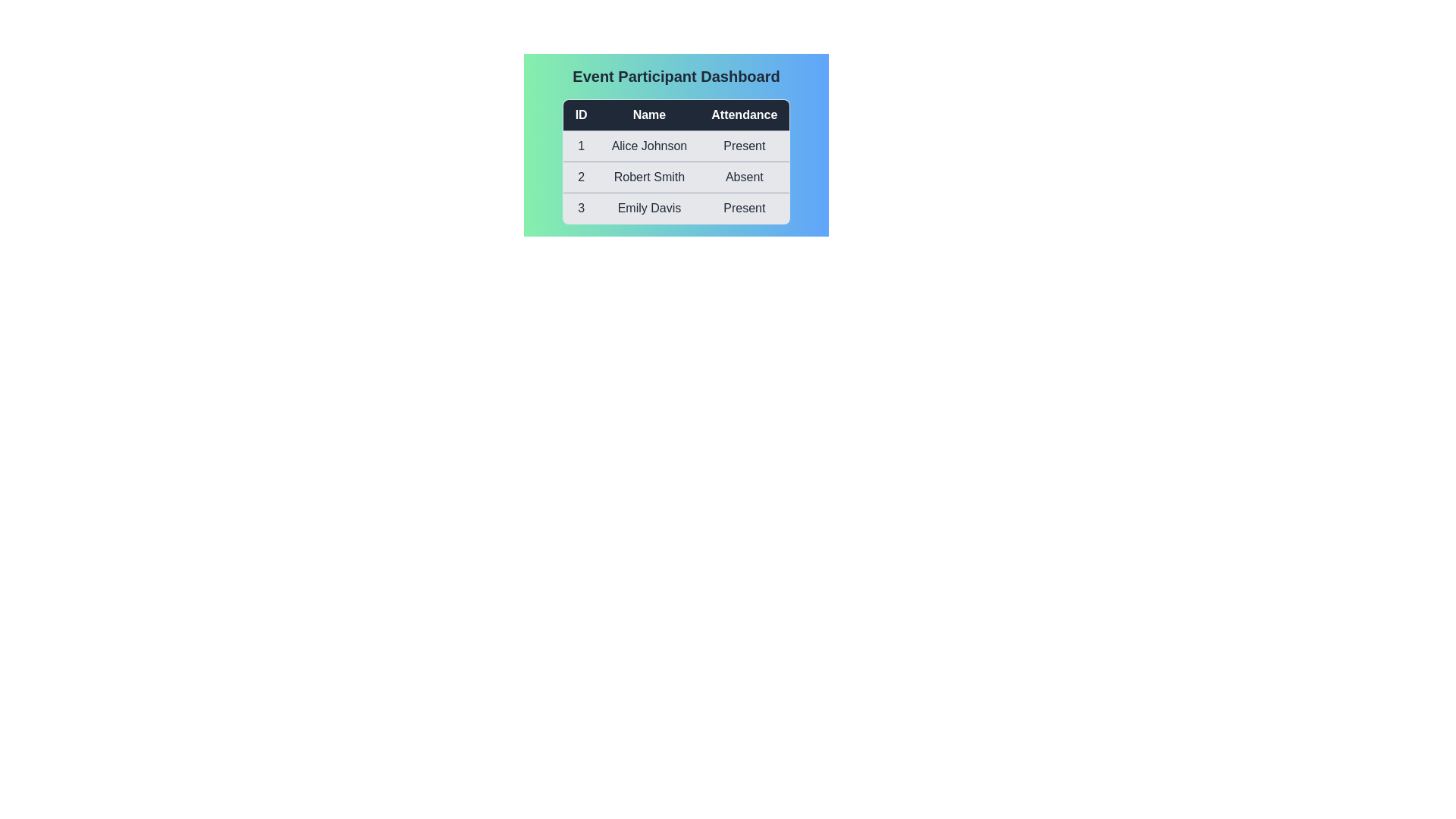  What do you see at coordinates (676, 177) in the screenshot?
I see `details of the second row in the attendee management table, which displays the serial number, name, and attendance status of the participant located between 'Alice Johnson' and 'Emily Davis'` at bounding box center [676, 177].